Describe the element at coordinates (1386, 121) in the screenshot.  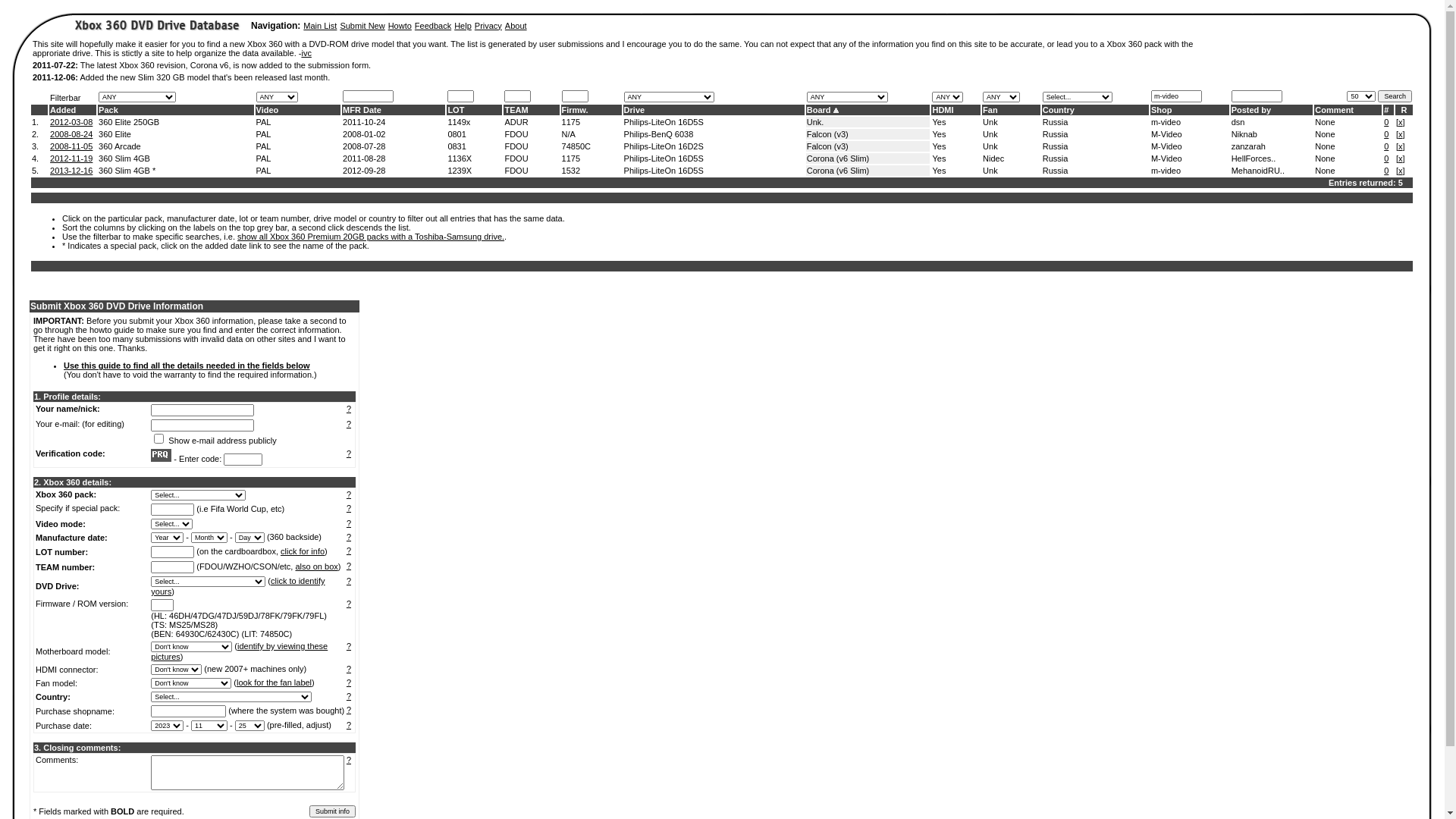
I see `'0'` at that location.